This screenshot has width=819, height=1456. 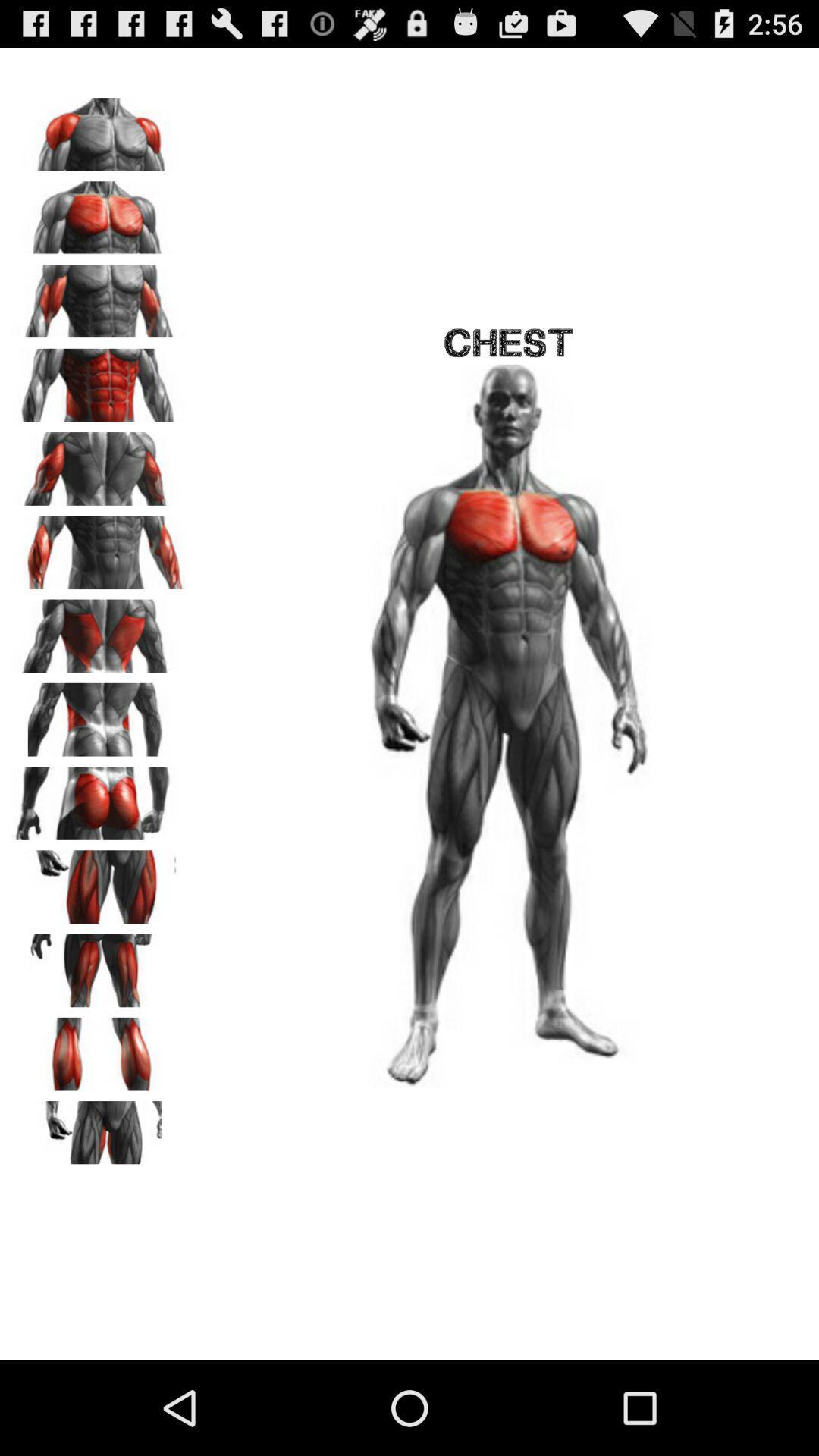 I want to click on the image below text chest, so click(x=509, y=725).